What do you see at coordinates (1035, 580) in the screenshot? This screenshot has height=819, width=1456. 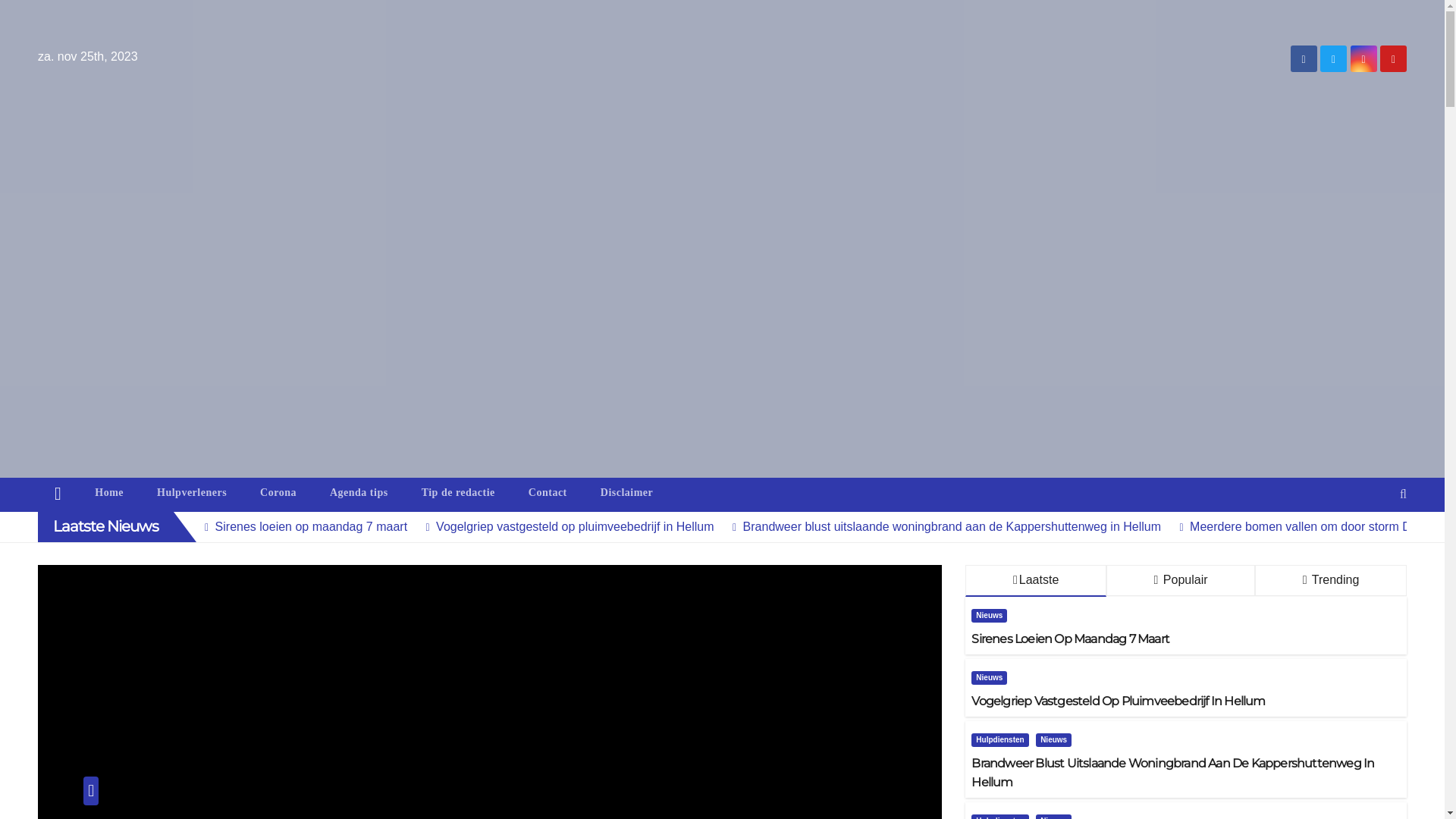 I see `'Laatste'` at bounding box center [1035, 580].